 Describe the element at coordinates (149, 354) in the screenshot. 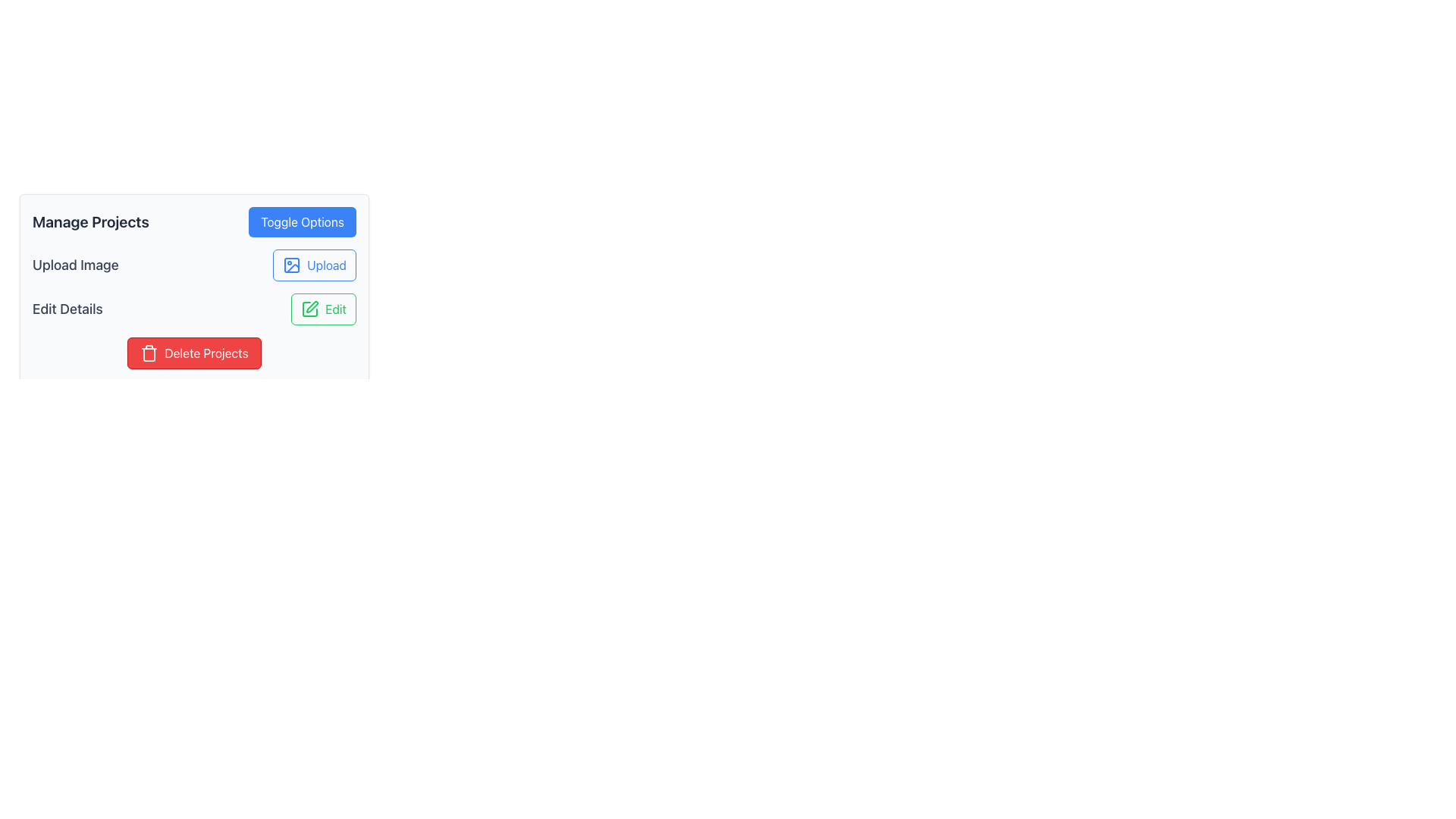

I see `the trash can icon within the 'Delete Projects' button in the 'Manage Projects' section, which is represented as a vertical rectangle with rounded corners, to understand its visual meaning in the context of deletion operations` at that location.